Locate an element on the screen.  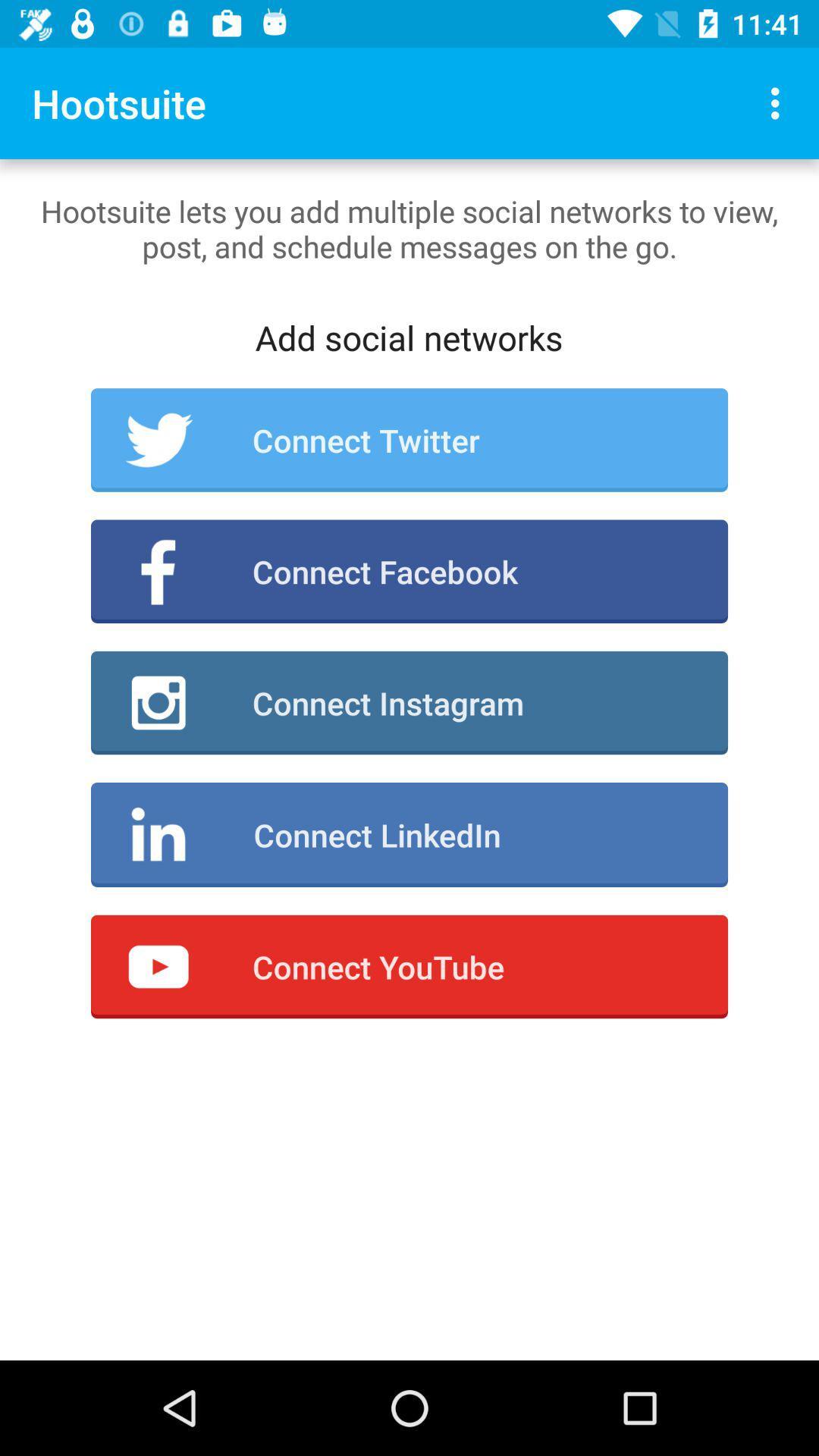
the icon to the right of the hootsuite app is located at coordinates (779, 102).